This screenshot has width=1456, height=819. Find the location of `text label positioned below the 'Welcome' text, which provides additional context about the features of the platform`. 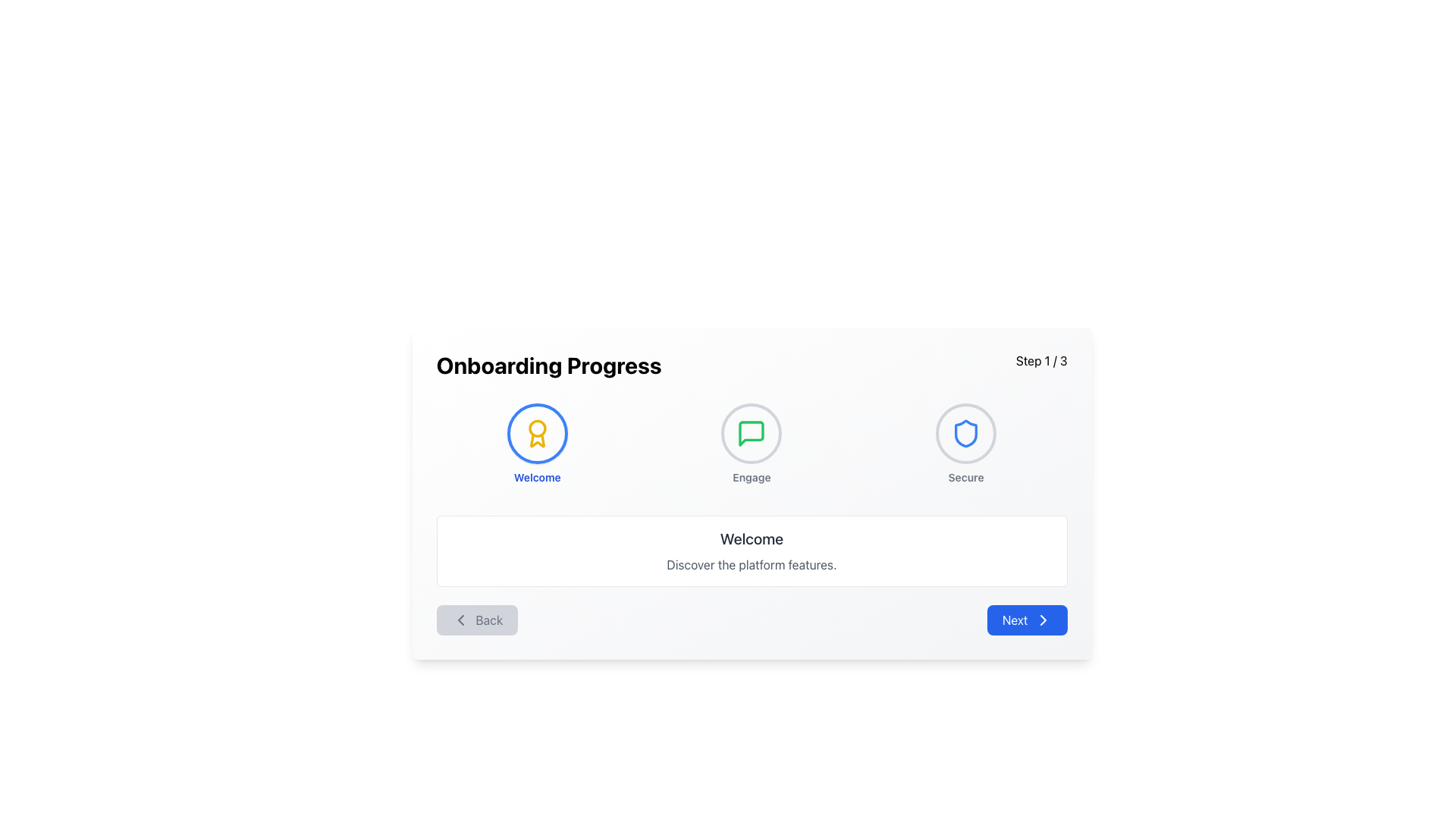

text label positioned below the 'Welcome' text, which provides additional context about the features of the platform is located at coordinates (752, 564).